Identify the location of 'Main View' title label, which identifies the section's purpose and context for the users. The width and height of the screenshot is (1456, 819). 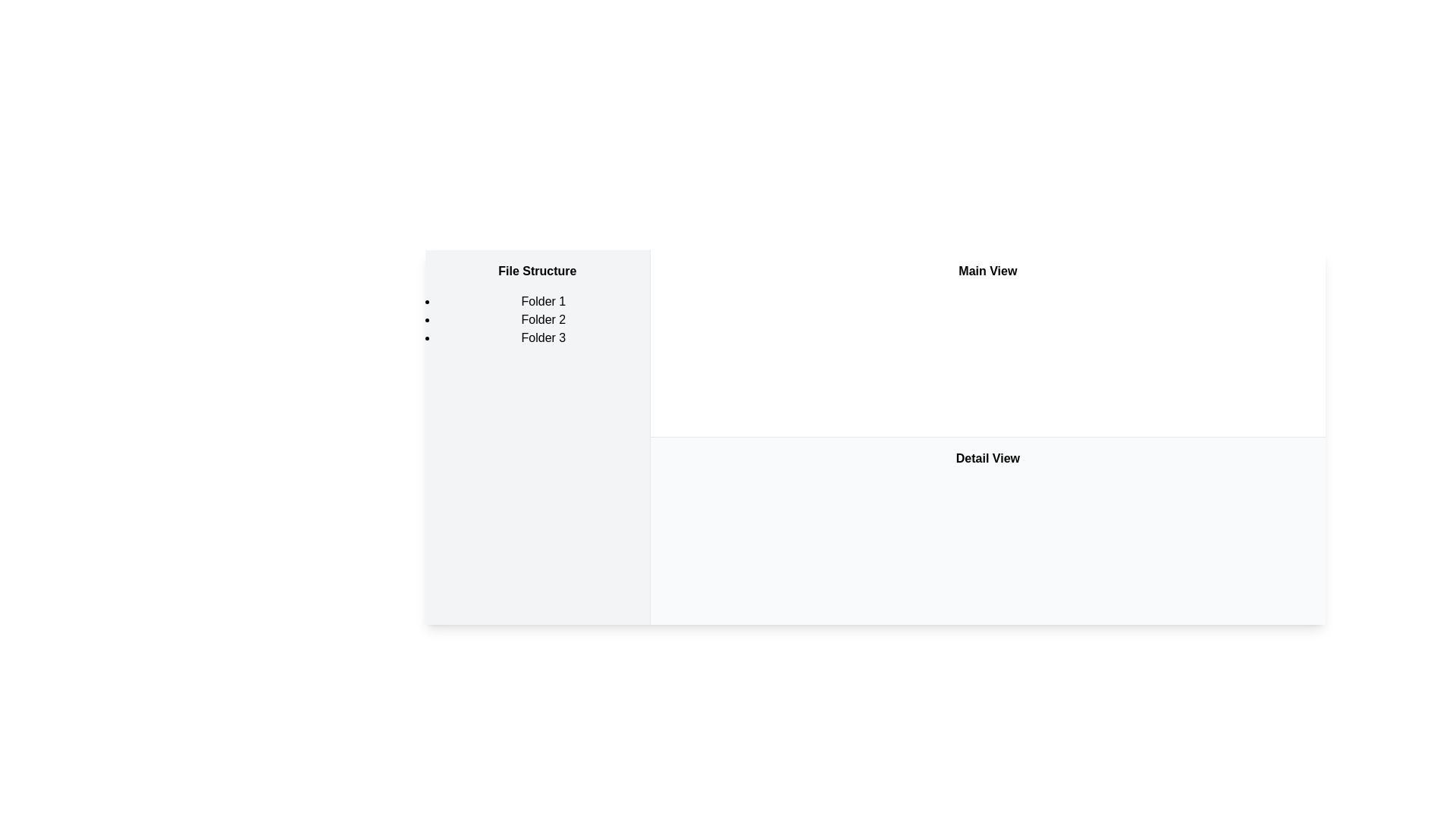
(987, 271).